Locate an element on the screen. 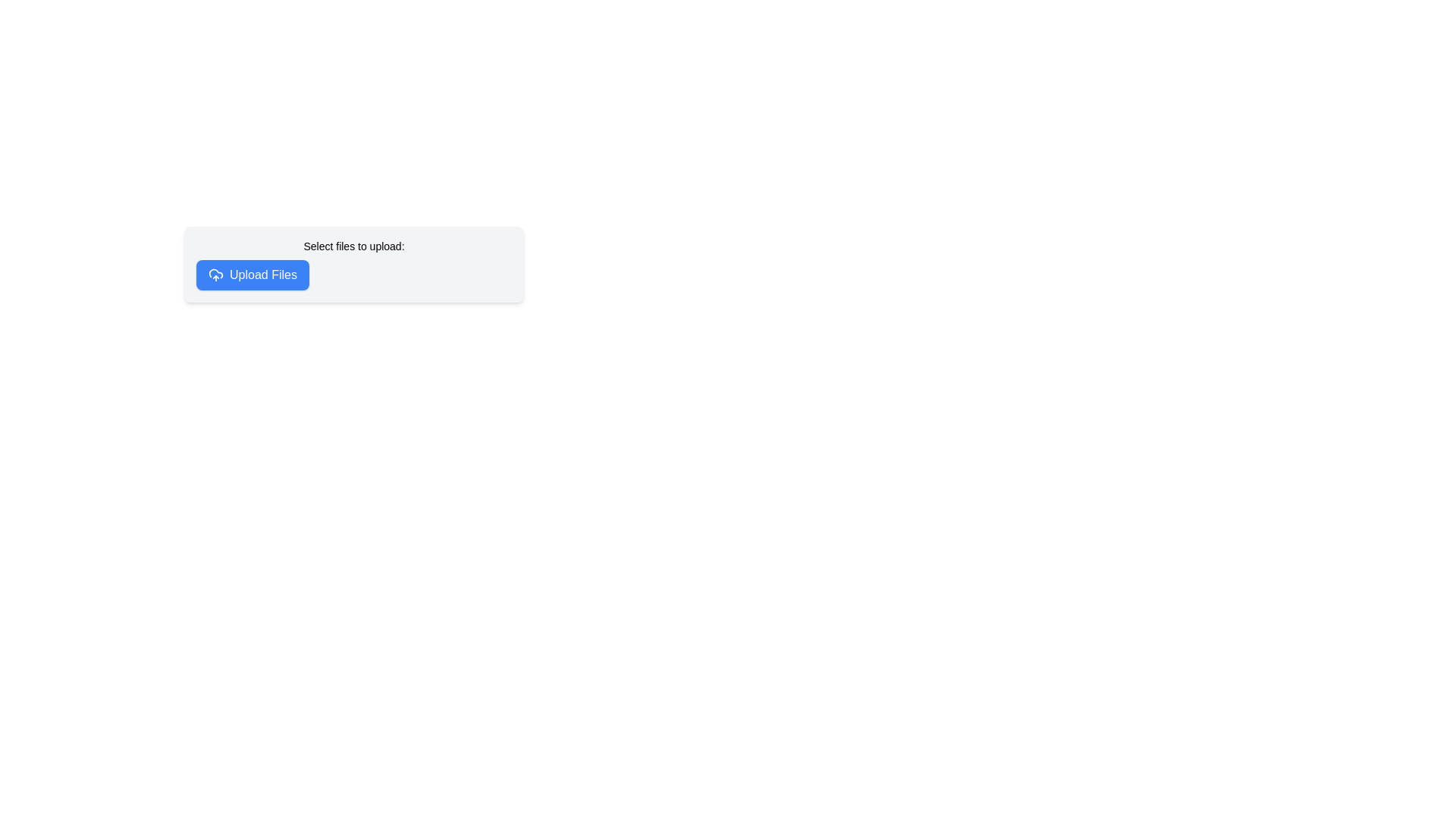 This screenshot has height=819, width=1456. the cloud-shaped icon with an upward arrow overlay, which is located near the left edge of the blue 'Upload Files' button is located at coordinates (215, 275).